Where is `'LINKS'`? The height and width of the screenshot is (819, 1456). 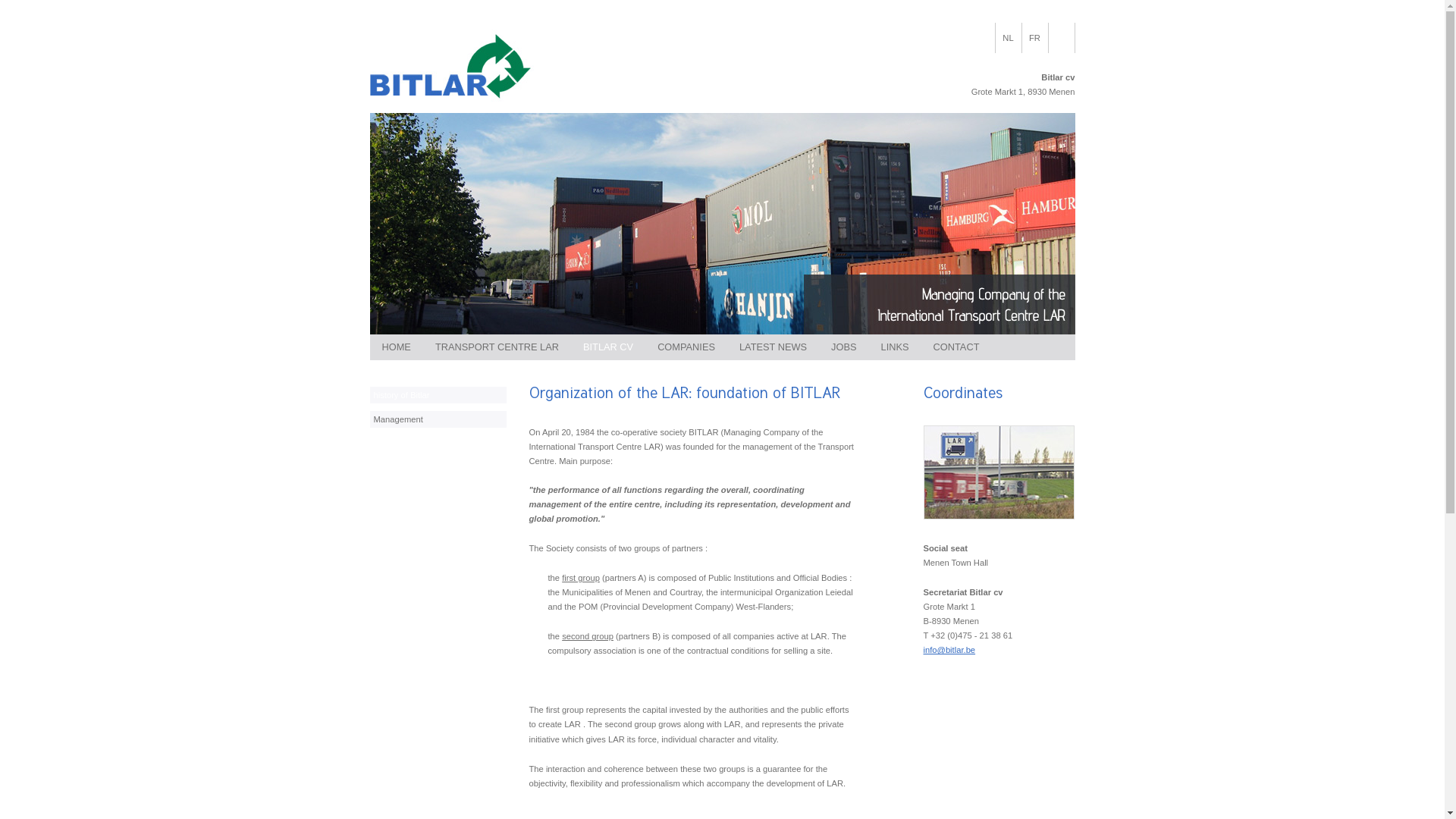 'LINKS' is located at coordinates (869, 347).